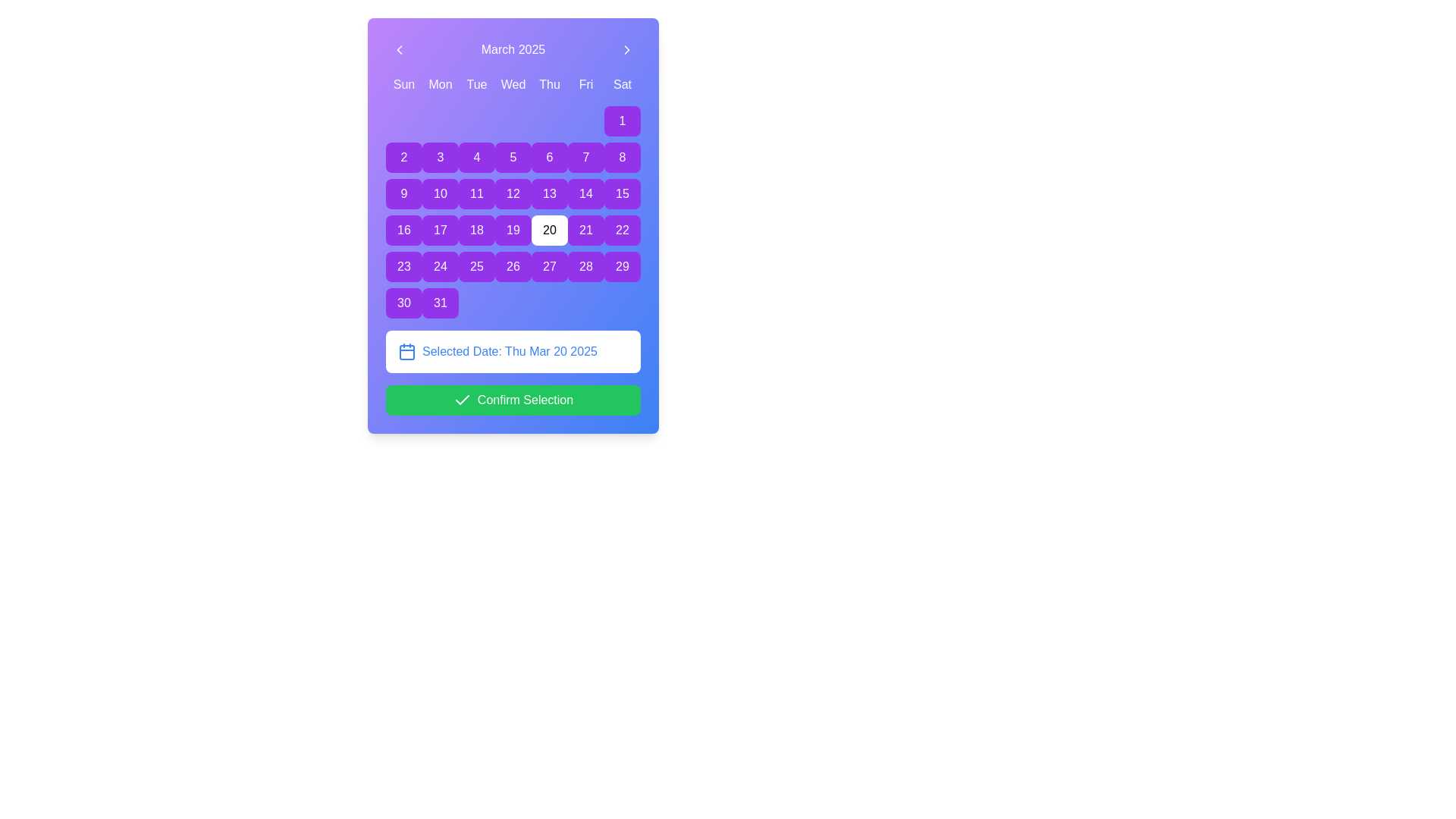  What do you see at coordinates (622, 193) in the screenshot?
I see `the purple square button with rounded corners containing the number '15' to trigger the tooltip or hover effect` at bounding box center [622, 193].